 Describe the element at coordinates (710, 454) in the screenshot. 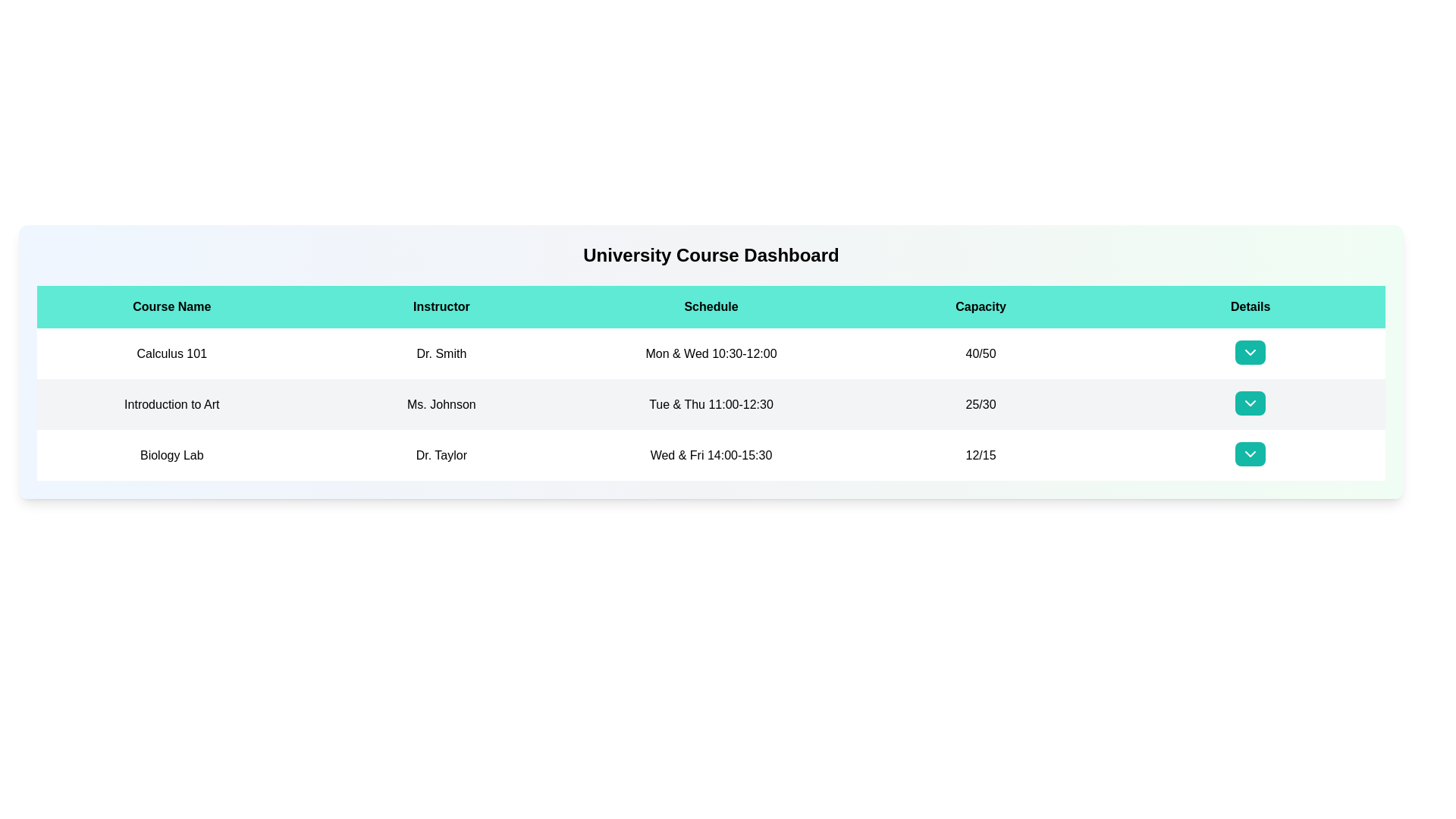

I see `the text element displaying the schedule 'Wed & Fri 14:00-15:30' located in the 'Schedule' column of the table for the Biology Lab Dr. Taylor` at that location.